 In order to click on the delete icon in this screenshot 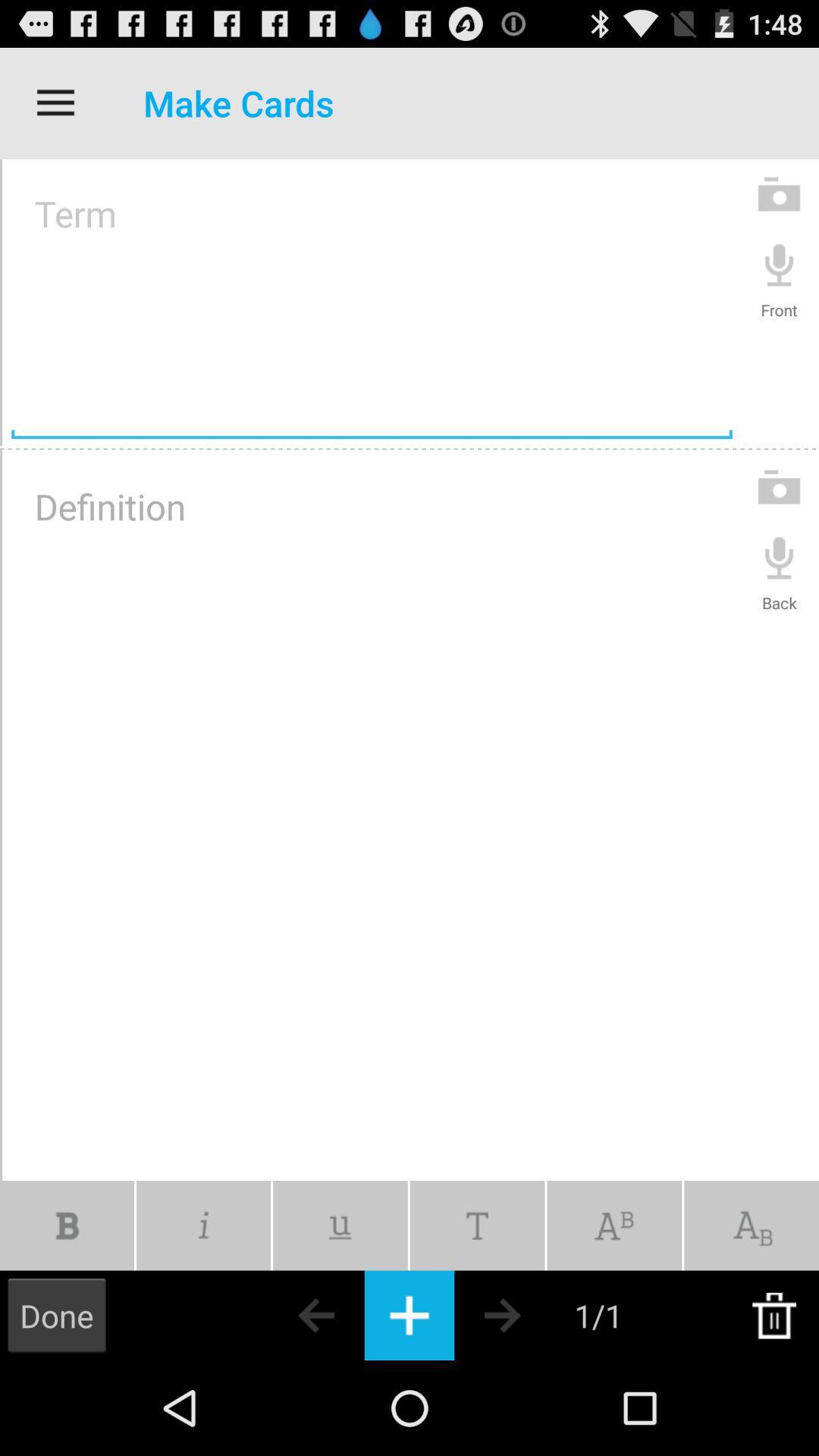, I will do `click(773, 1407)`.